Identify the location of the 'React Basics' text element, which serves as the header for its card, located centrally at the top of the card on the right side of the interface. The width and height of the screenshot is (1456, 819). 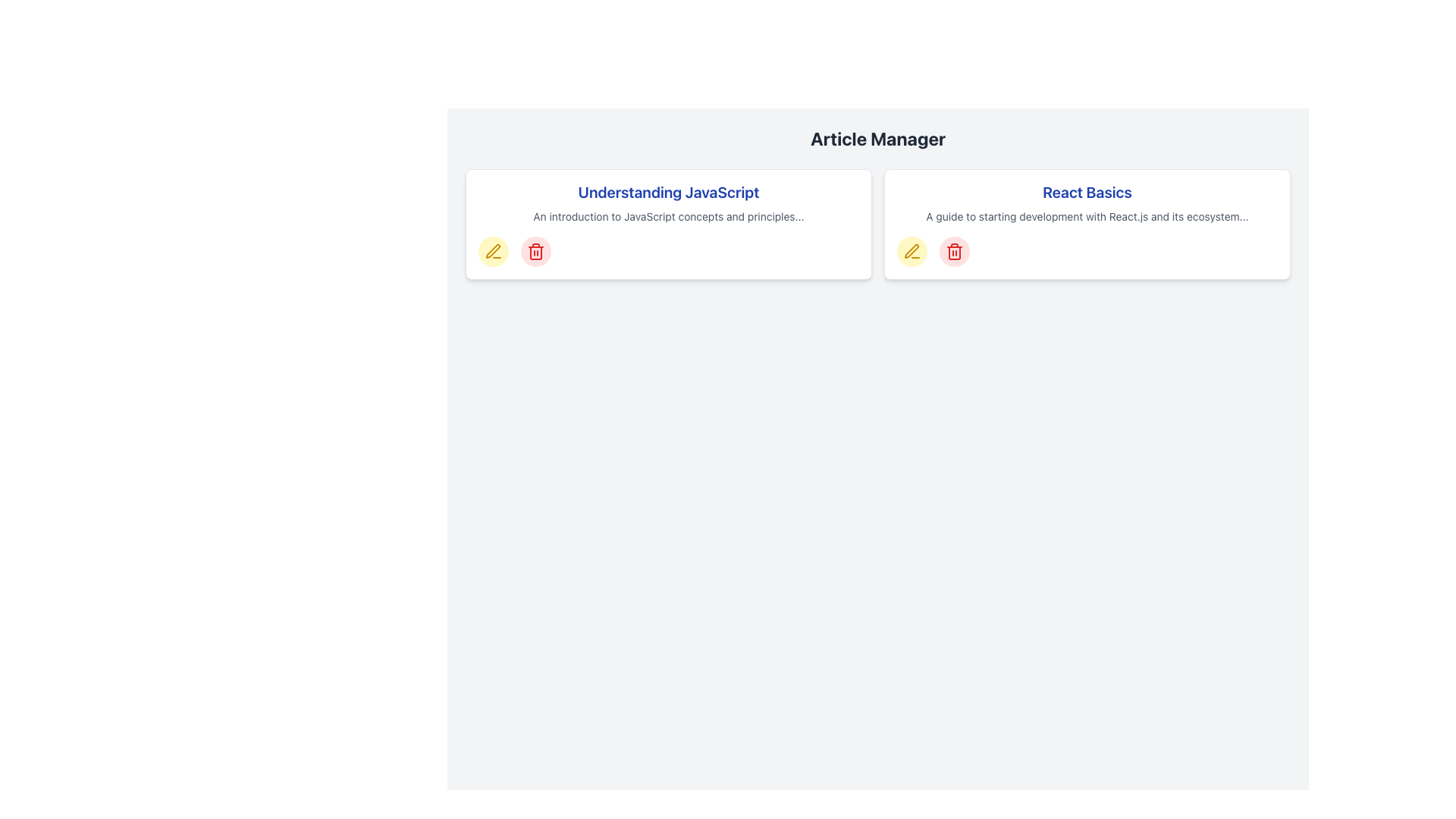
(1087, 192).